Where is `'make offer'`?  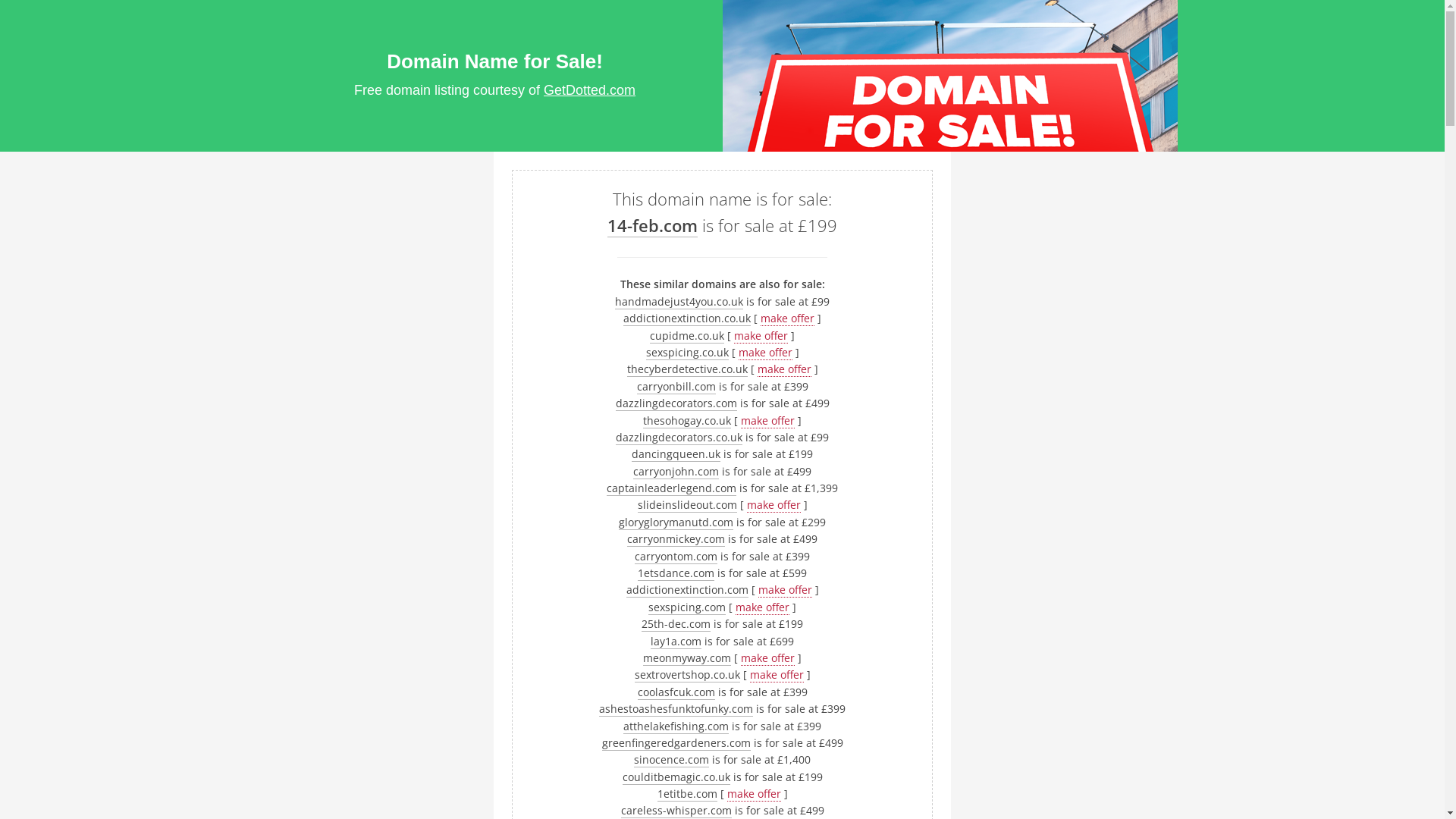 'make offer' is located at coordinates (787, 318).